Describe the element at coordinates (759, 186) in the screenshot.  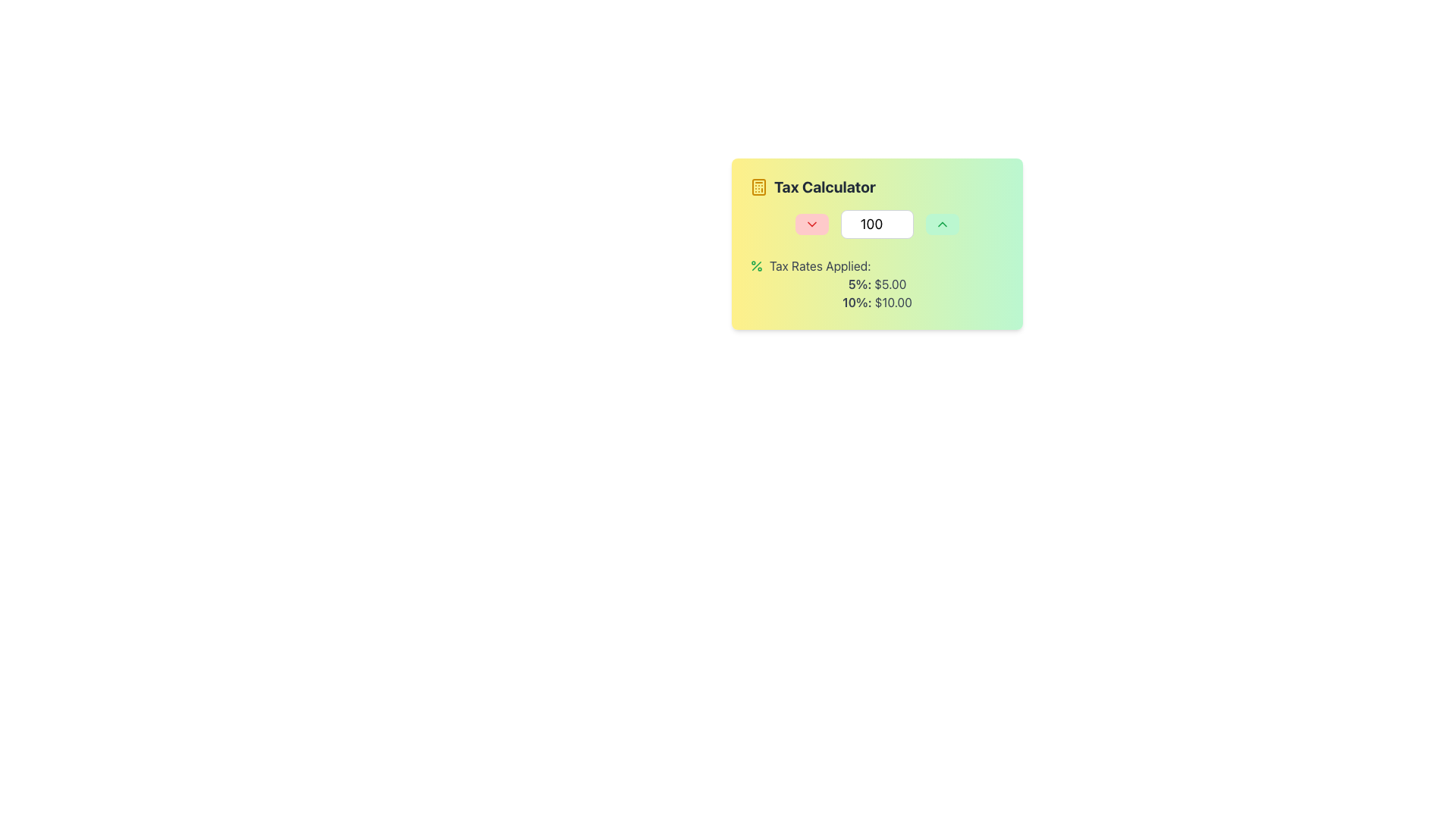
I see `the yellow calculator icon located to the left of the 'Tax Calculator' text` at that location.